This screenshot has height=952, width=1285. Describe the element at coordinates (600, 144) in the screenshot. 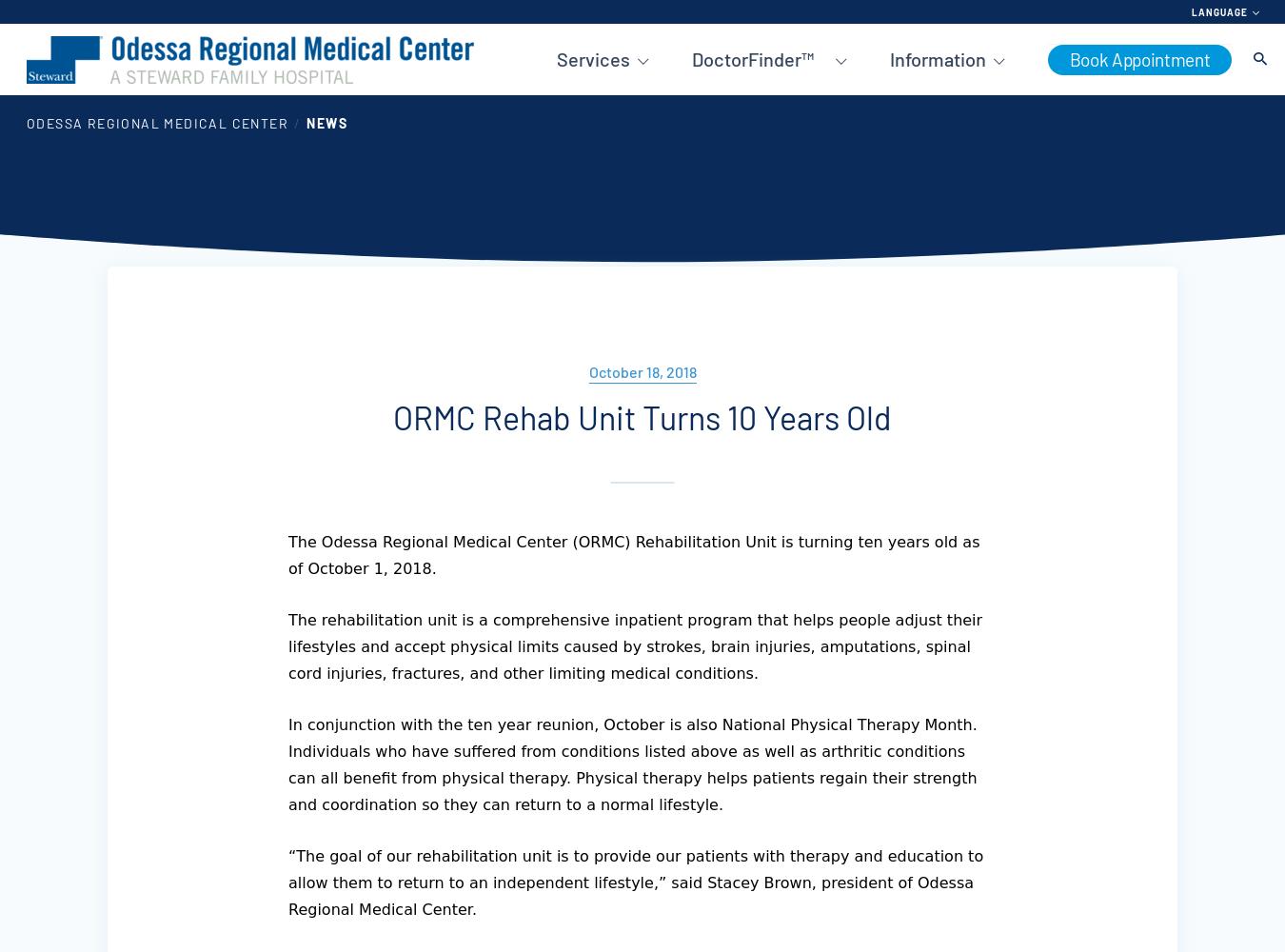

I see `'Primary Care'` at that location.